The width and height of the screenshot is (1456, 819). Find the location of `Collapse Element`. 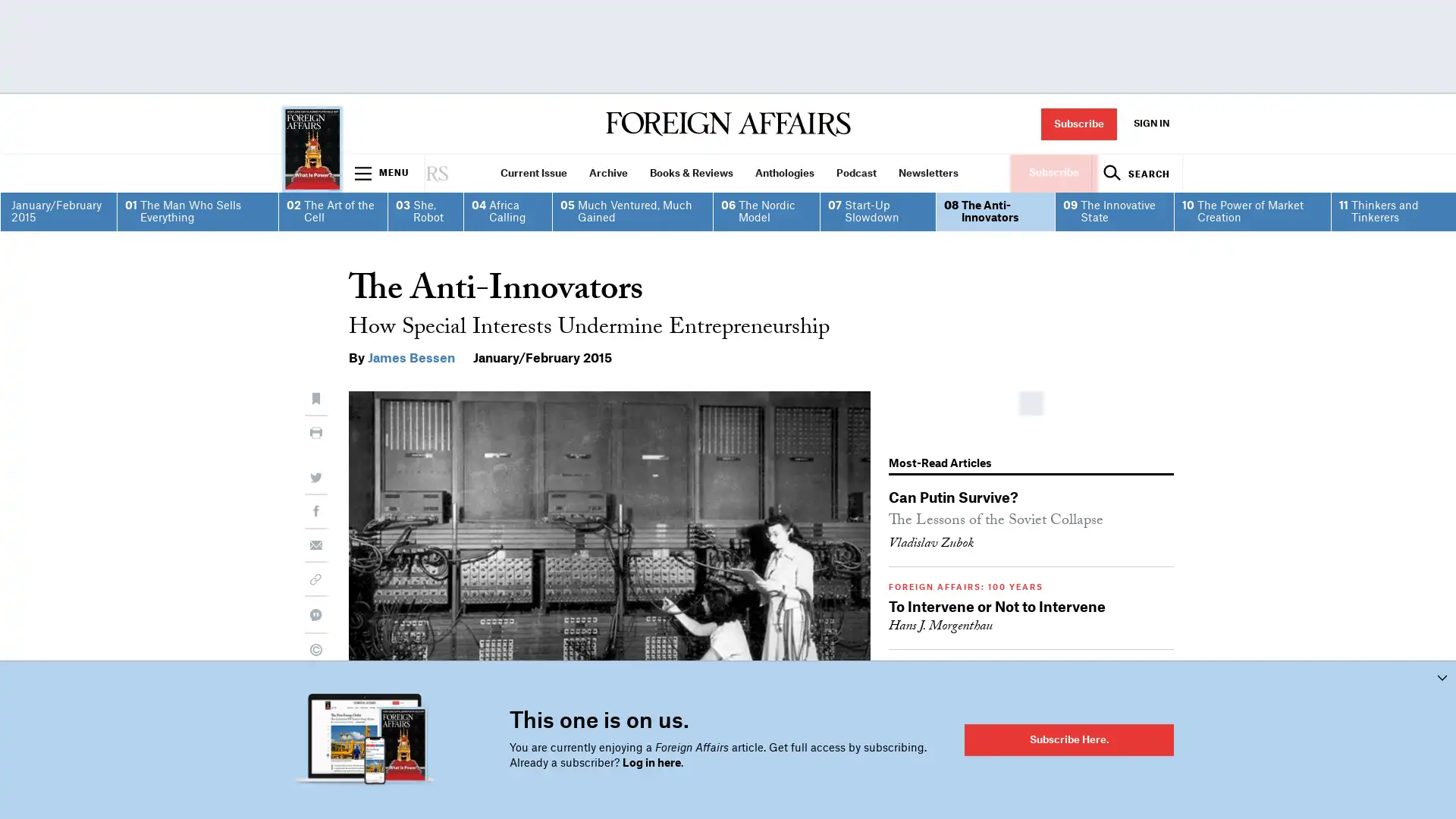

Collapse Element is located at coordinates (1441, 676).